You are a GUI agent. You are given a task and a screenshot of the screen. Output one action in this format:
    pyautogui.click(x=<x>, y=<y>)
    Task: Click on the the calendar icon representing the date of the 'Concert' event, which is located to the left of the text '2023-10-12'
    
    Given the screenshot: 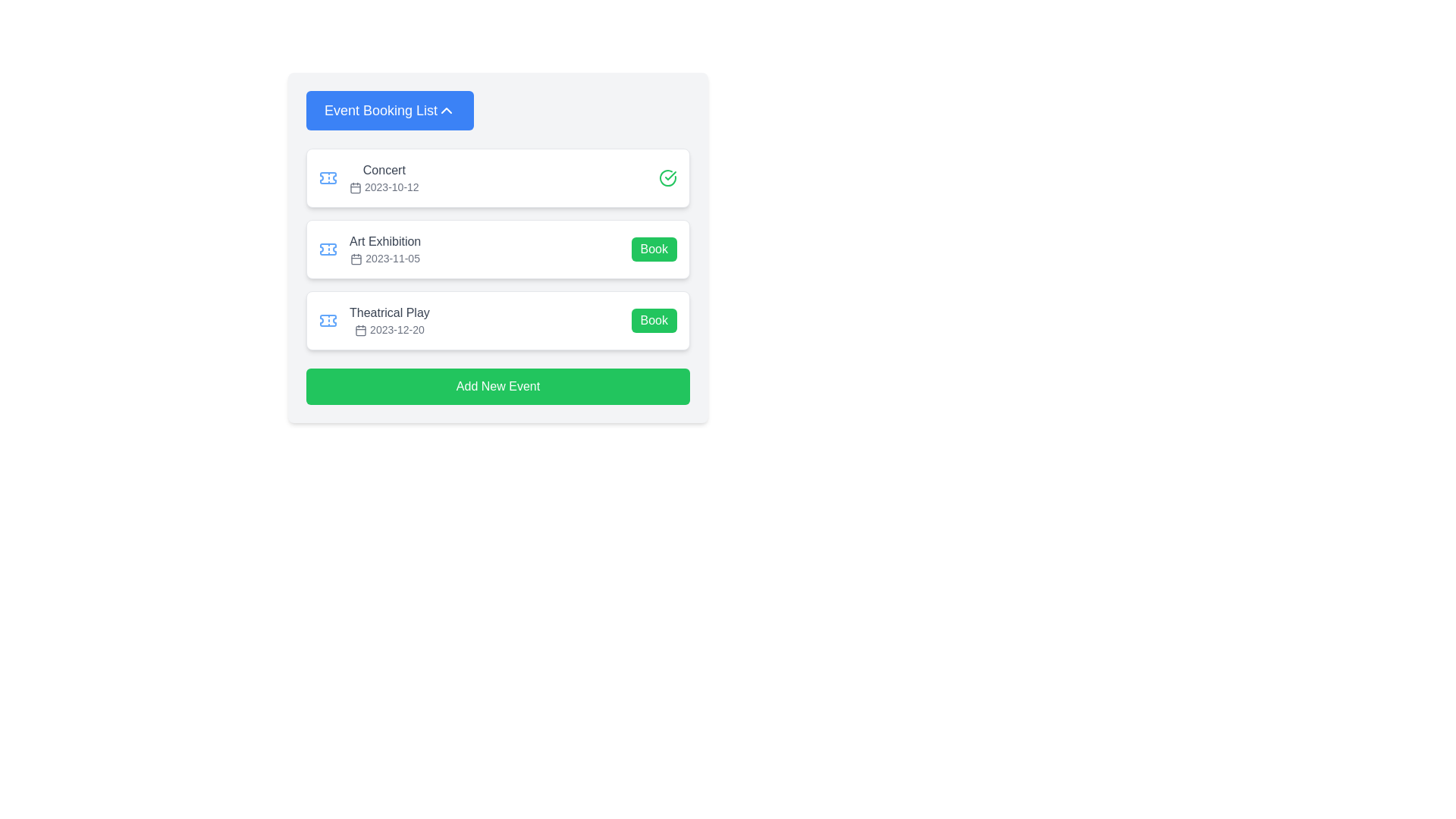 What is the action you would take?
    pyautogui.click(x=355, y=187)
    